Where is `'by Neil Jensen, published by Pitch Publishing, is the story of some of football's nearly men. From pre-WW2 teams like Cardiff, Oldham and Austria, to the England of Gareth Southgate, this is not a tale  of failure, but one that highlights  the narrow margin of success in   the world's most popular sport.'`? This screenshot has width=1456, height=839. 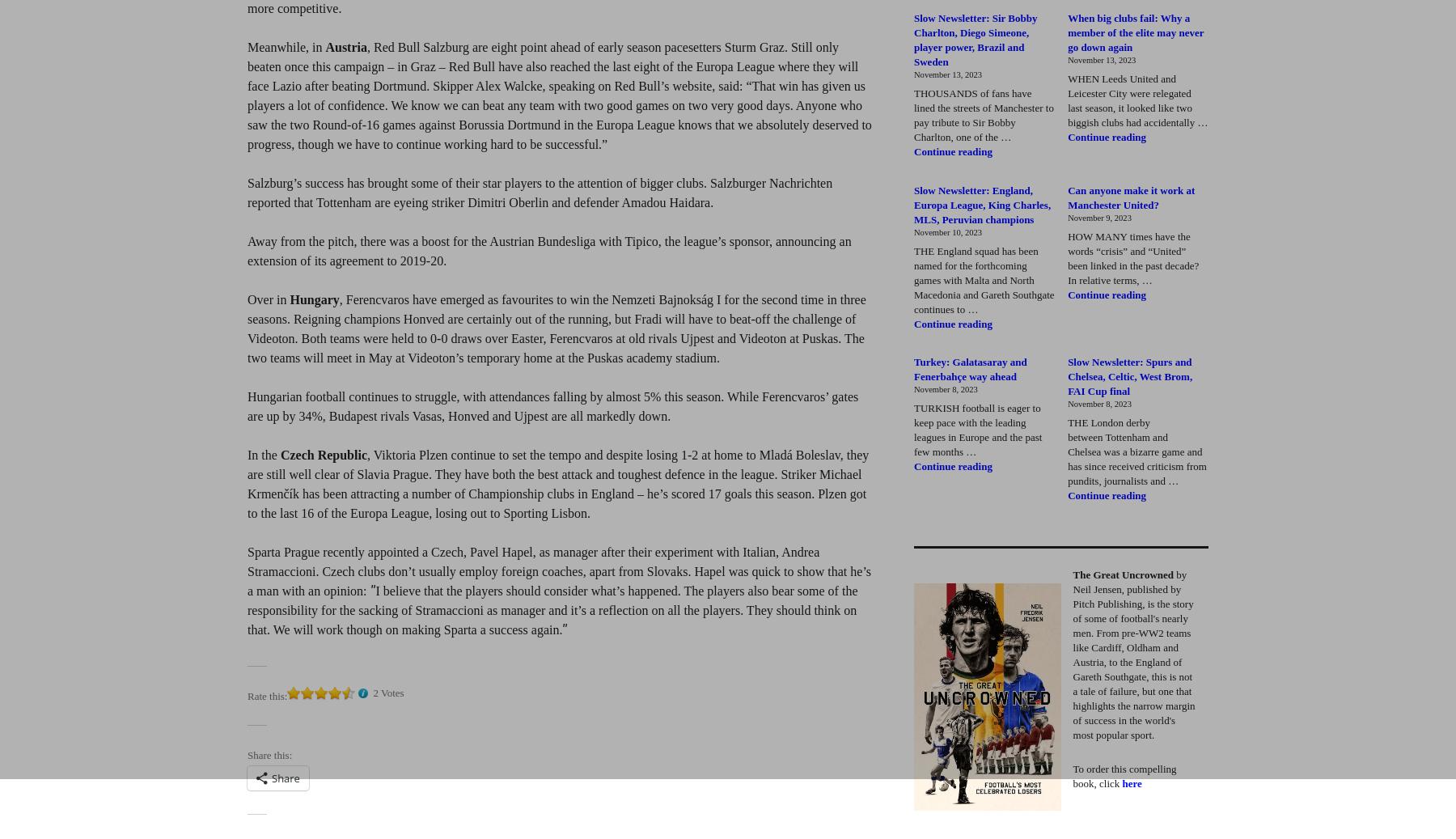 'by Neil Jensen, published by Pitch Publishing, is the story of some of football's nearly men. From pre-WW2 teams like Cardiff, Oldham and Austria, to the England of Gareth Southgate, this is not a tale  of failure, but one that highlights  the narrow margin of success in   the world's most popular sport.' is located at coordinates (1073, 655).